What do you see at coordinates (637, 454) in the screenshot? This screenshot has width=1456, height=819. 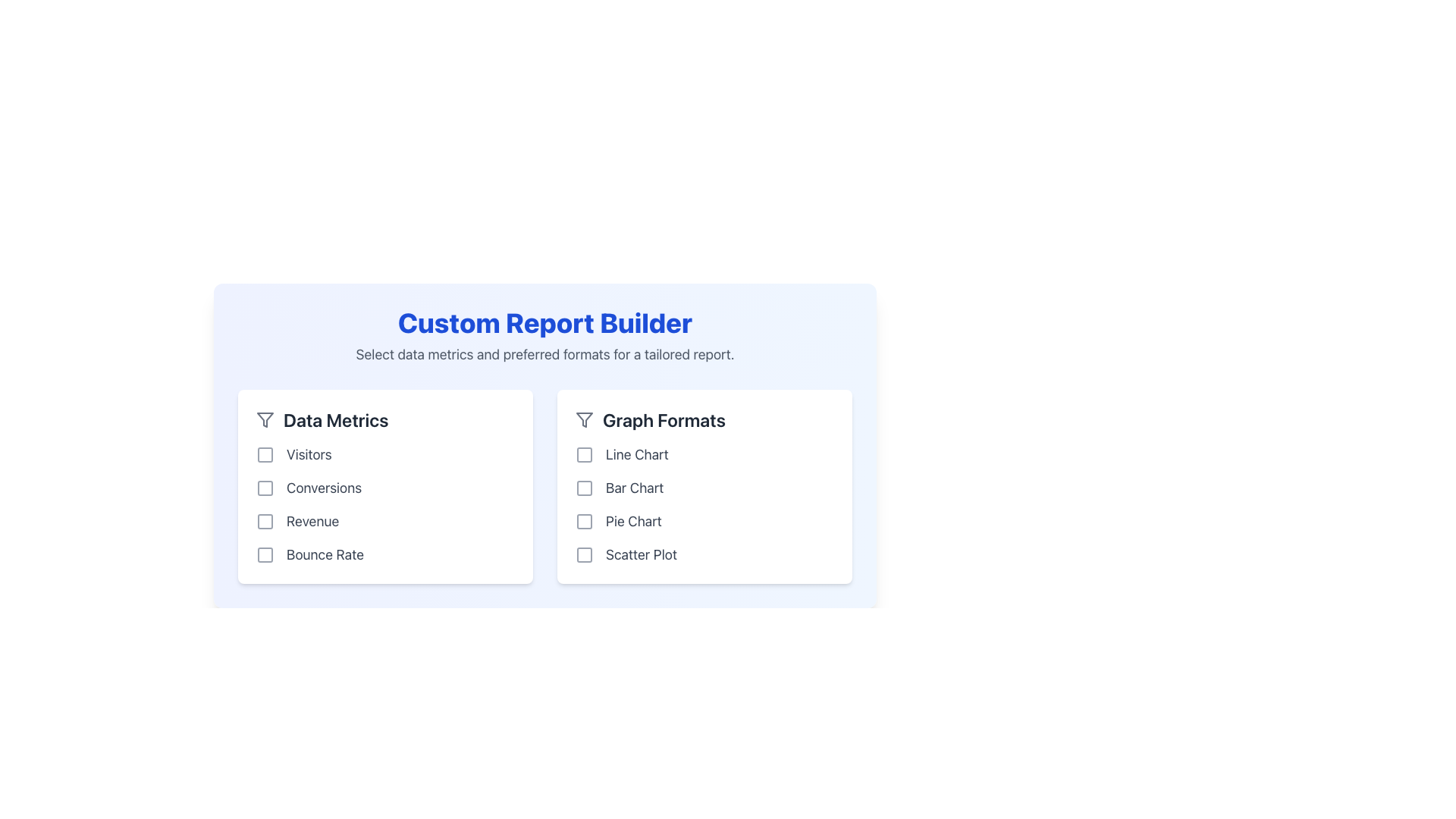 I see `the 'Line Chart' label in the 'Graph Formats' section, which is the first option in the list on the right-hand side, following a checkbox icon` at bounding box center [637, 454].